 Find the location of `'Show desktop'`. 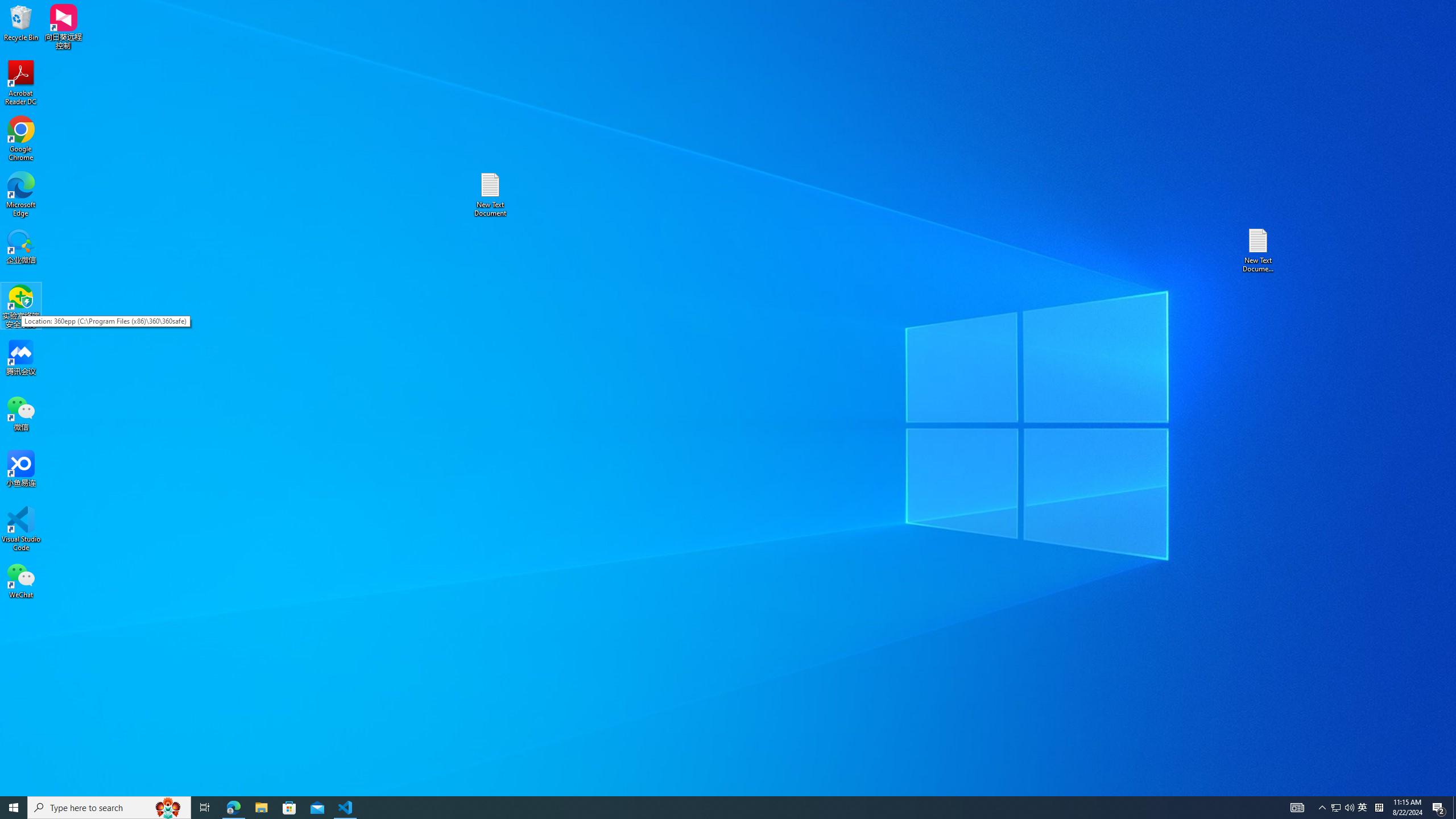

'Show desktop' is located at coordinates (1454, 806).